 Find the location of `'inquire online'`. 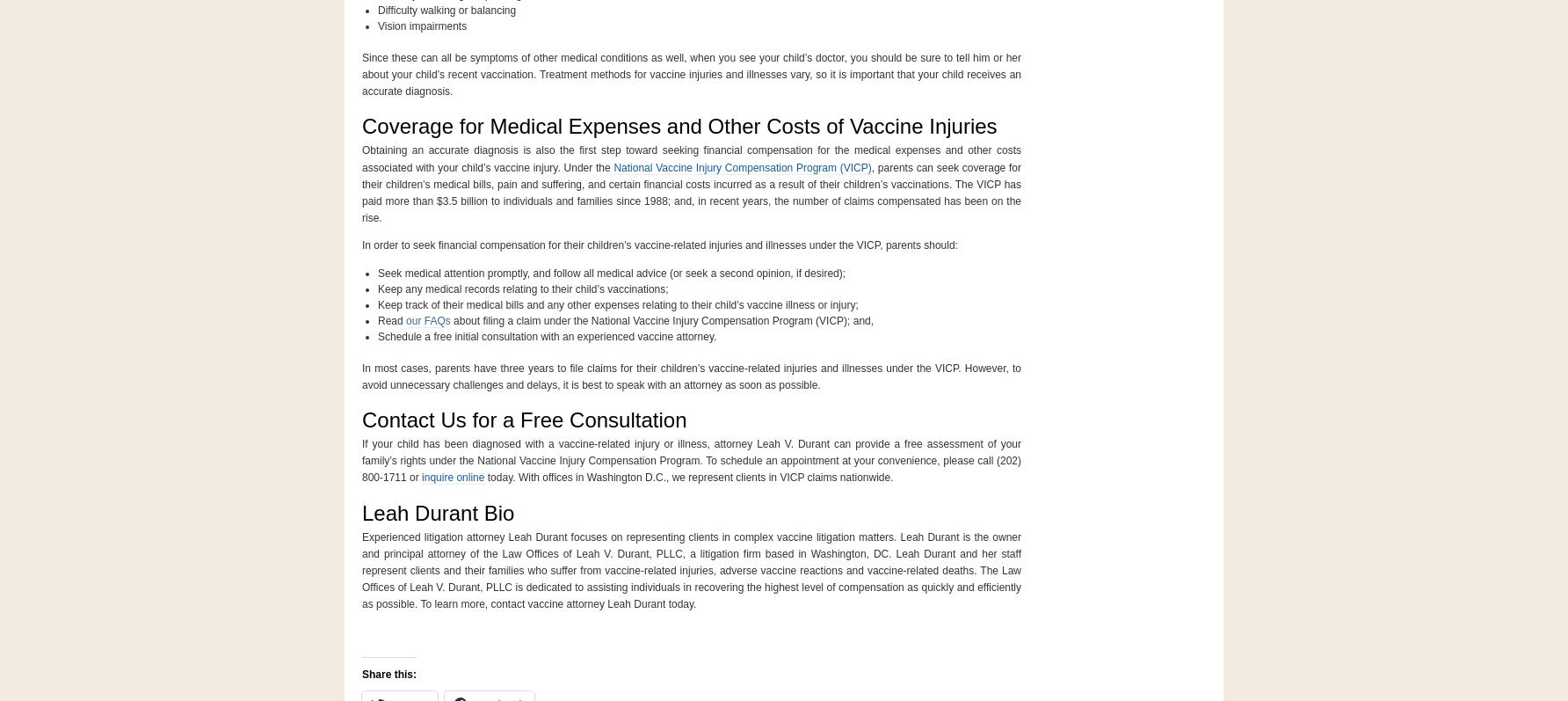

'inquire online' is located at coordinates (422, 477).